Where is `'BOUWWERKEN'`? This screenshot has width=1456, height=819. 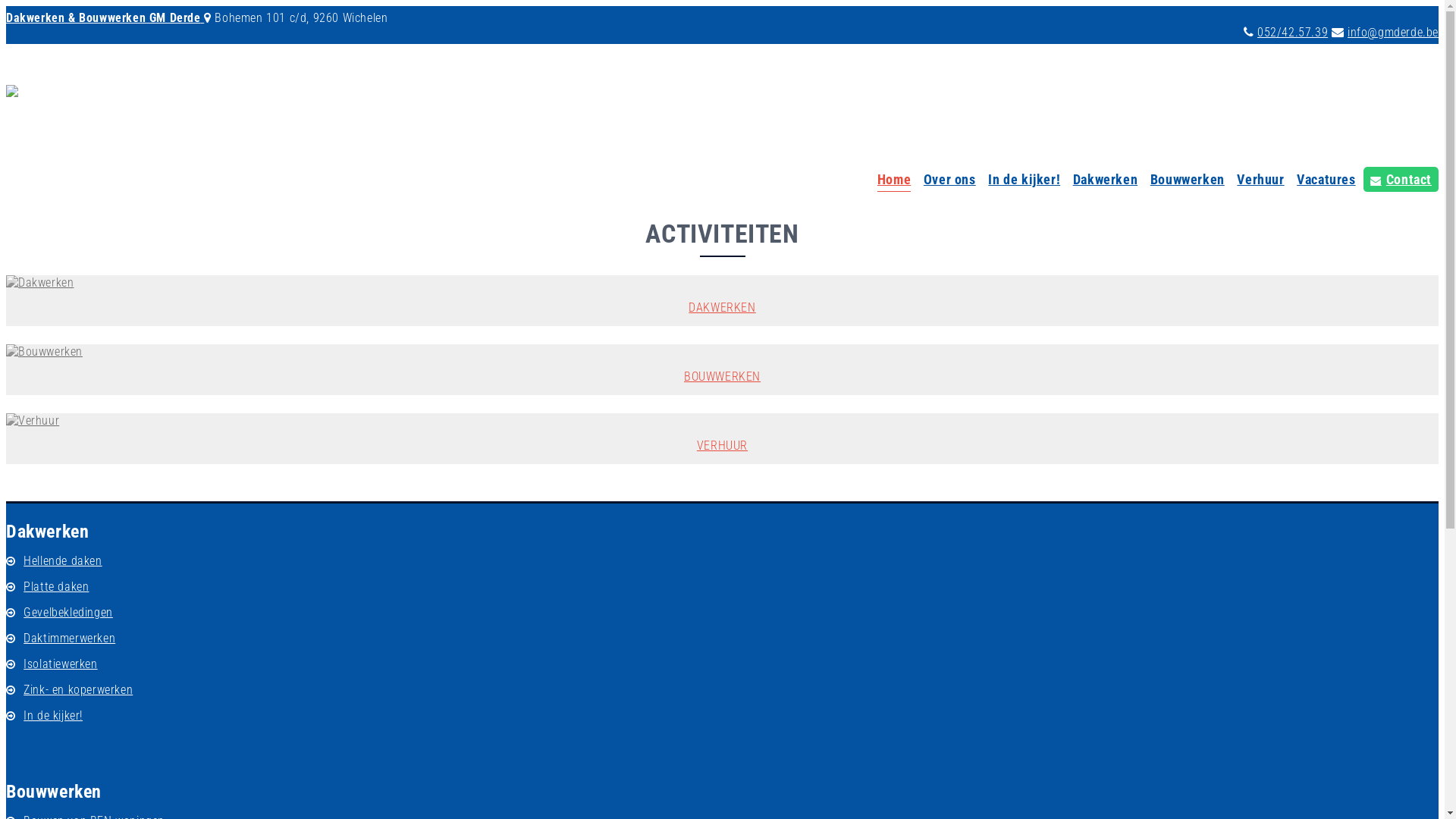 'BOUWWERKEN' is located at coordinates (721, 369).